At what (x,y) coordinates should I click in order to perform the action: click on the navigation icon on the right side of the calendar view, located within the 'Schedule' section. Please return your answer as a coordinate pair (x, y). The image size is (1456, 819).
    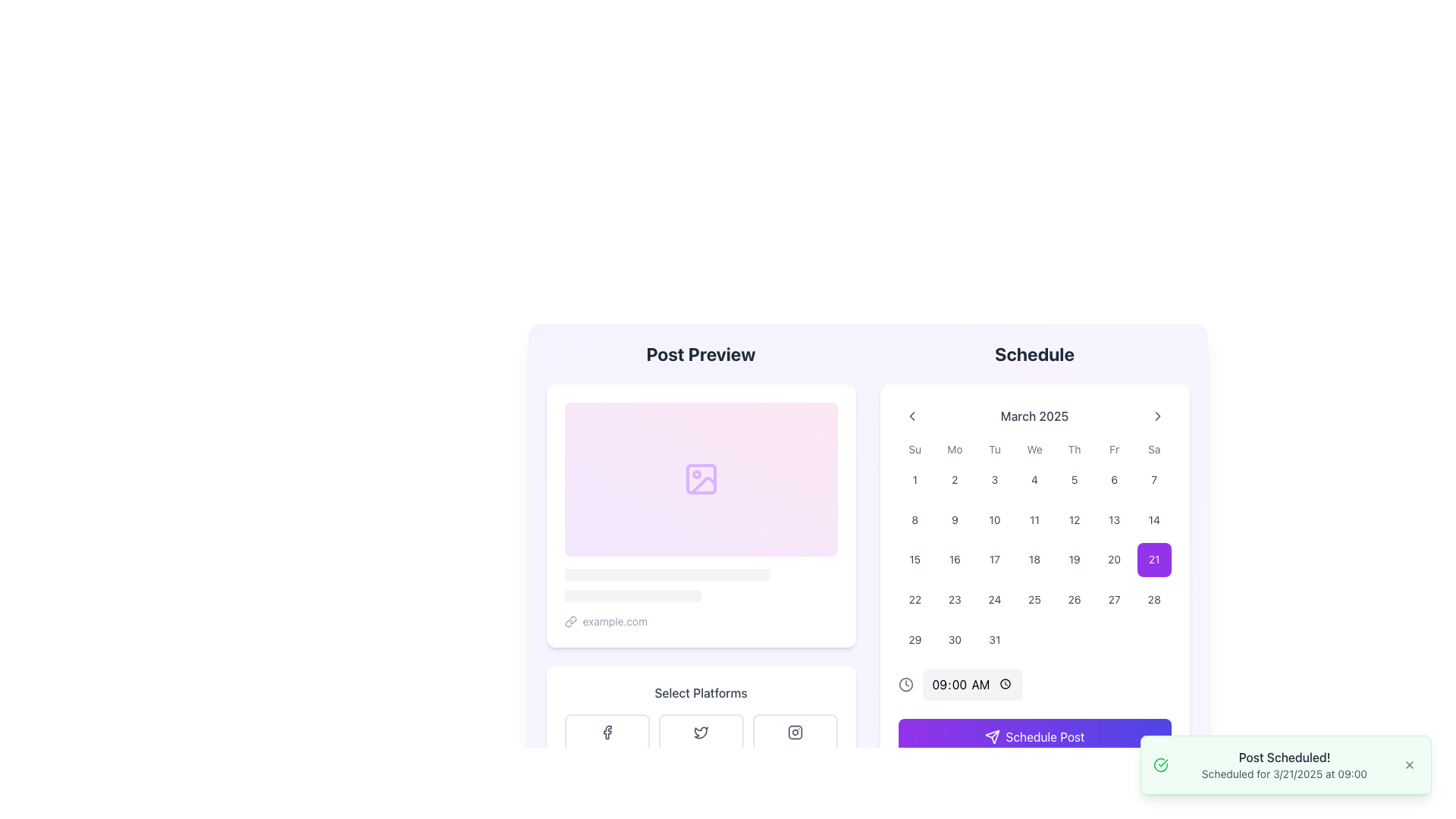
    Looking at the image, I should click on (1156, 416).